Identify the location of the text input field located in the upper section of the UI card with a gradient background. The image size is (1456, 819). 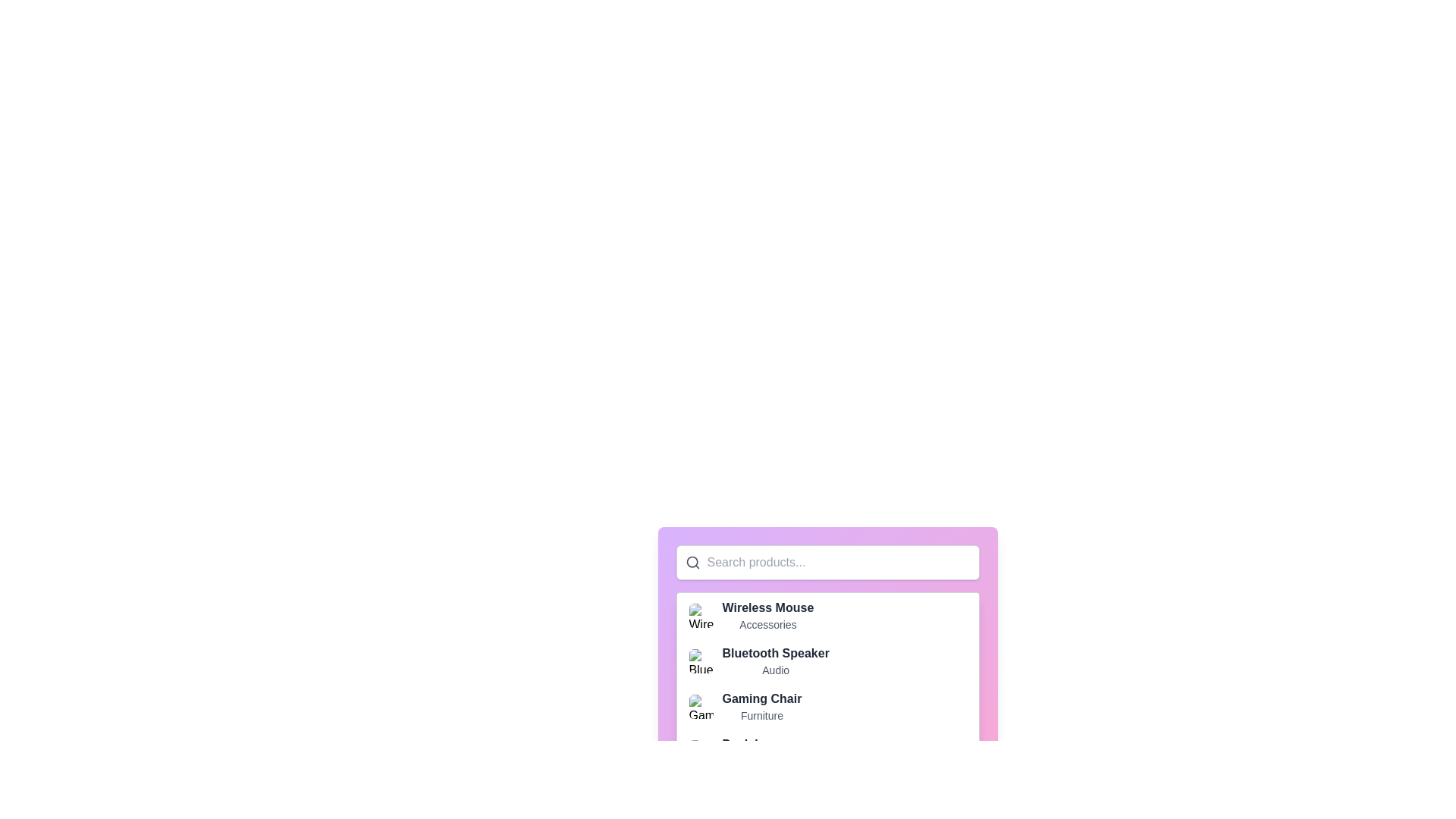
(827, 562).